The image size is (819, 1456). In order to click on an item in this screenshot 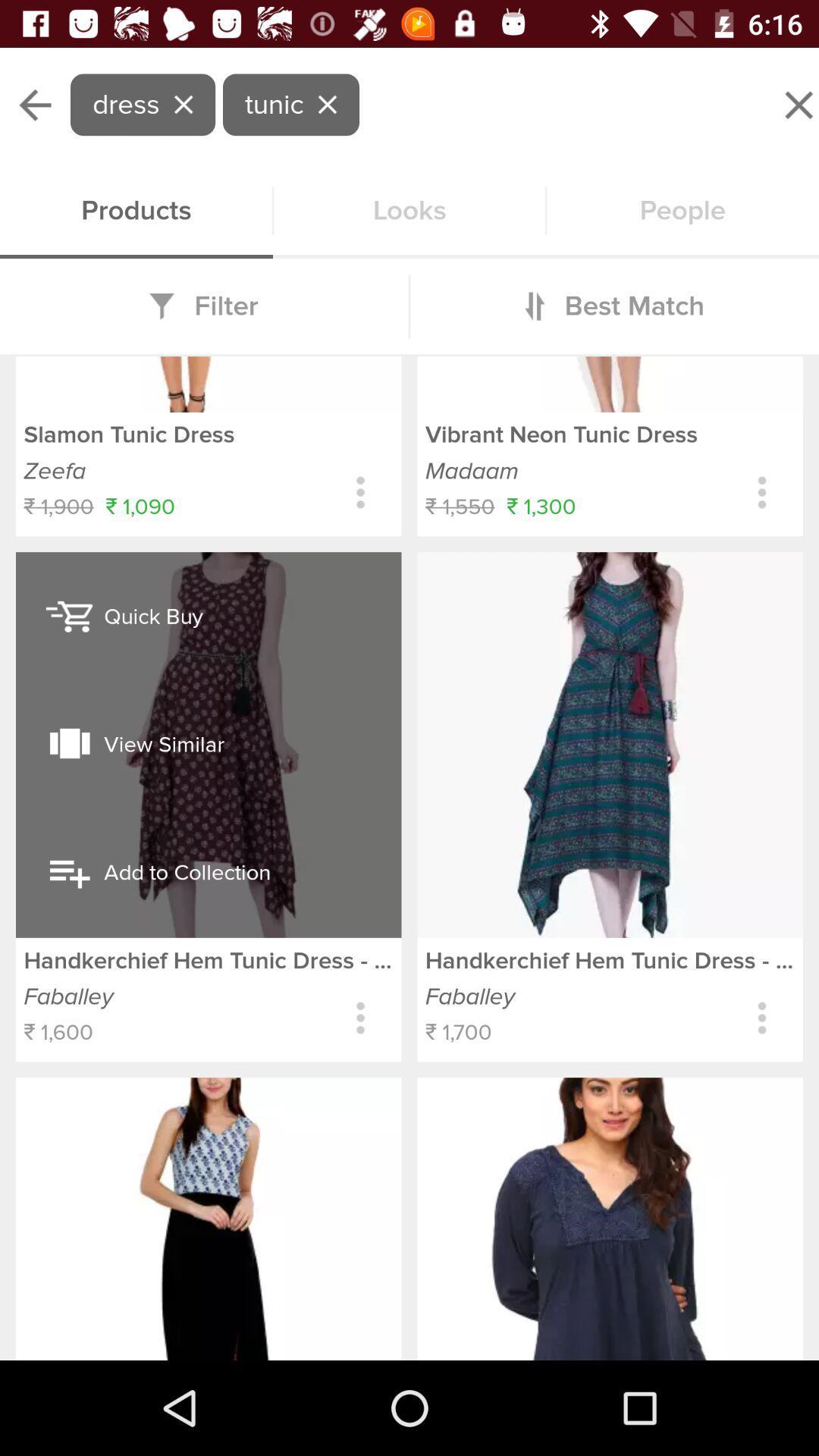, I will do `click(409, 808)`.